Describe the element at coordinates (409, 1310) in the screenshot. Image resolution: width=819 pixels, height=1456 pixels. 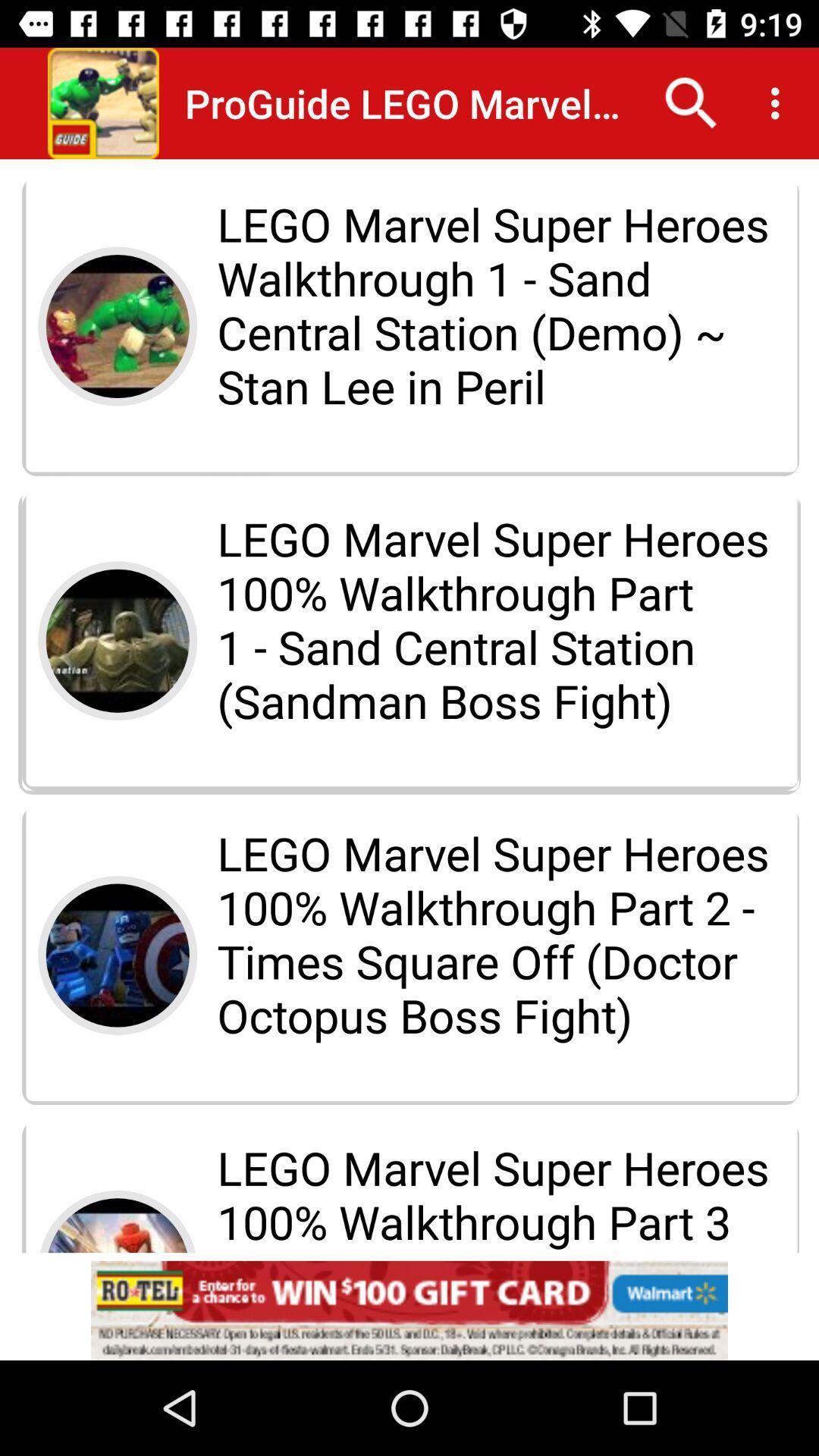
I see `click advertisement` at that location.